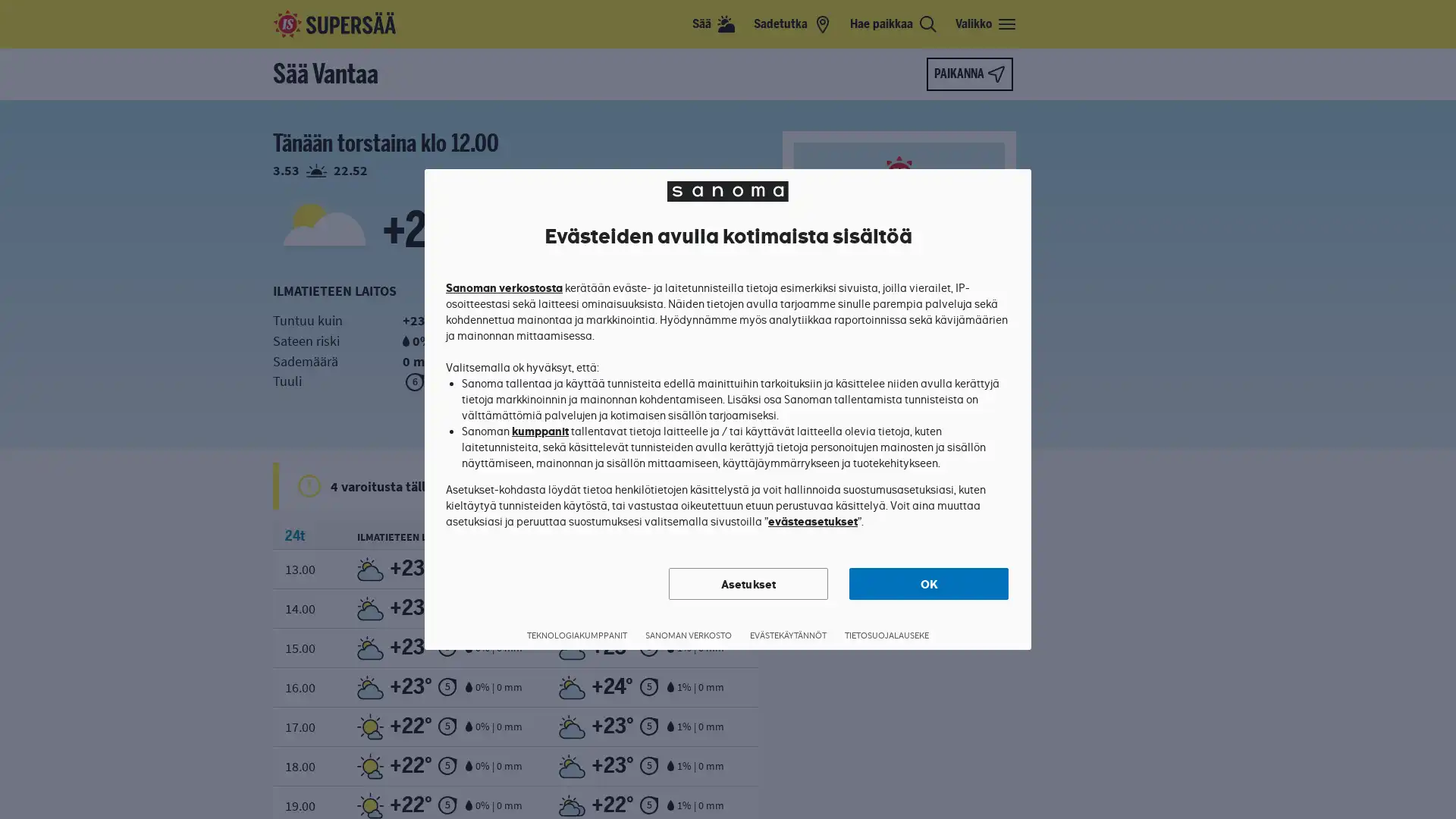 This screenshot has width=1456, height=819. I want to click on Hae paikkaa, so click(893, 24).